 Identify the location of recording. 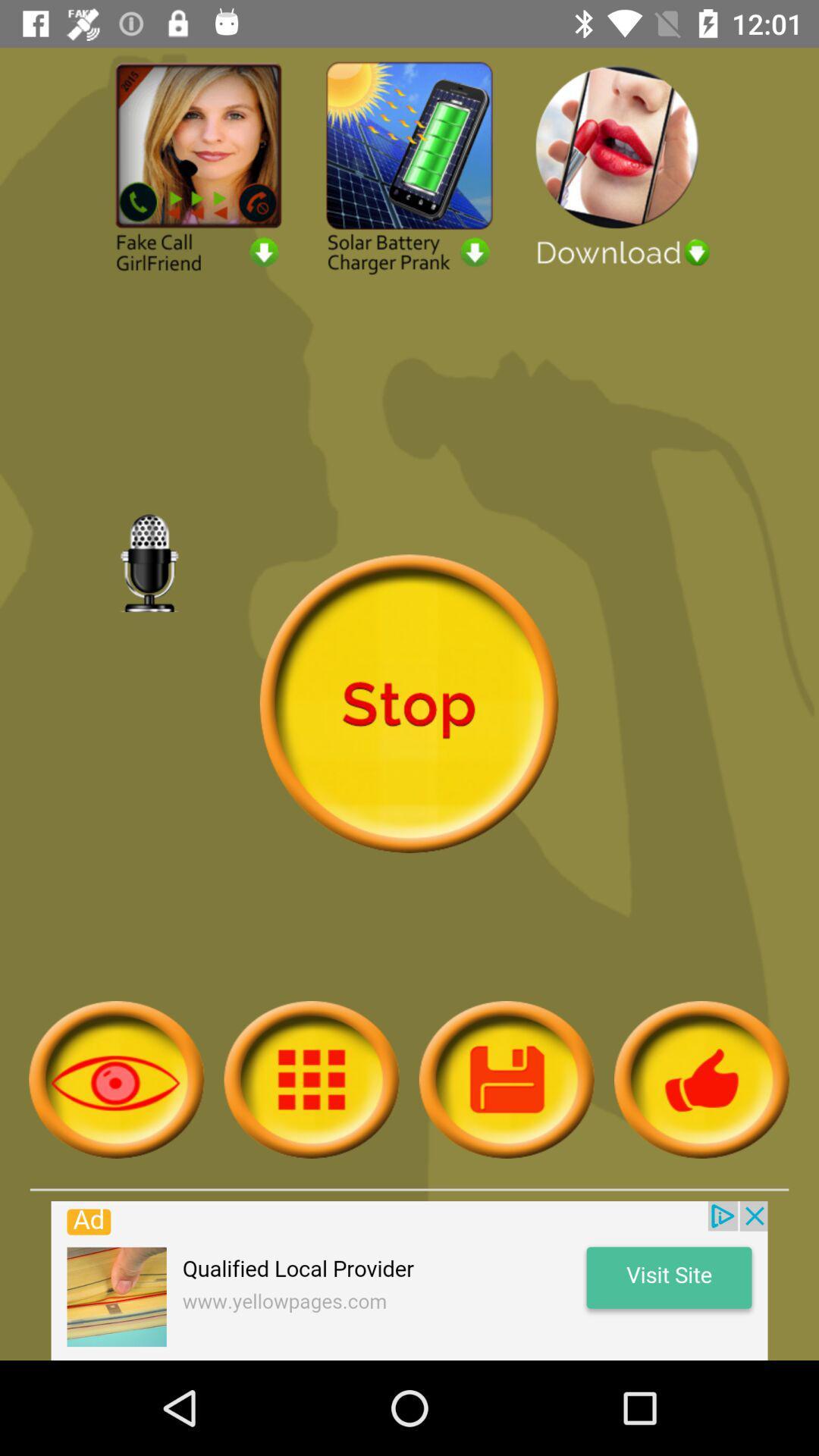
(507, 1078).